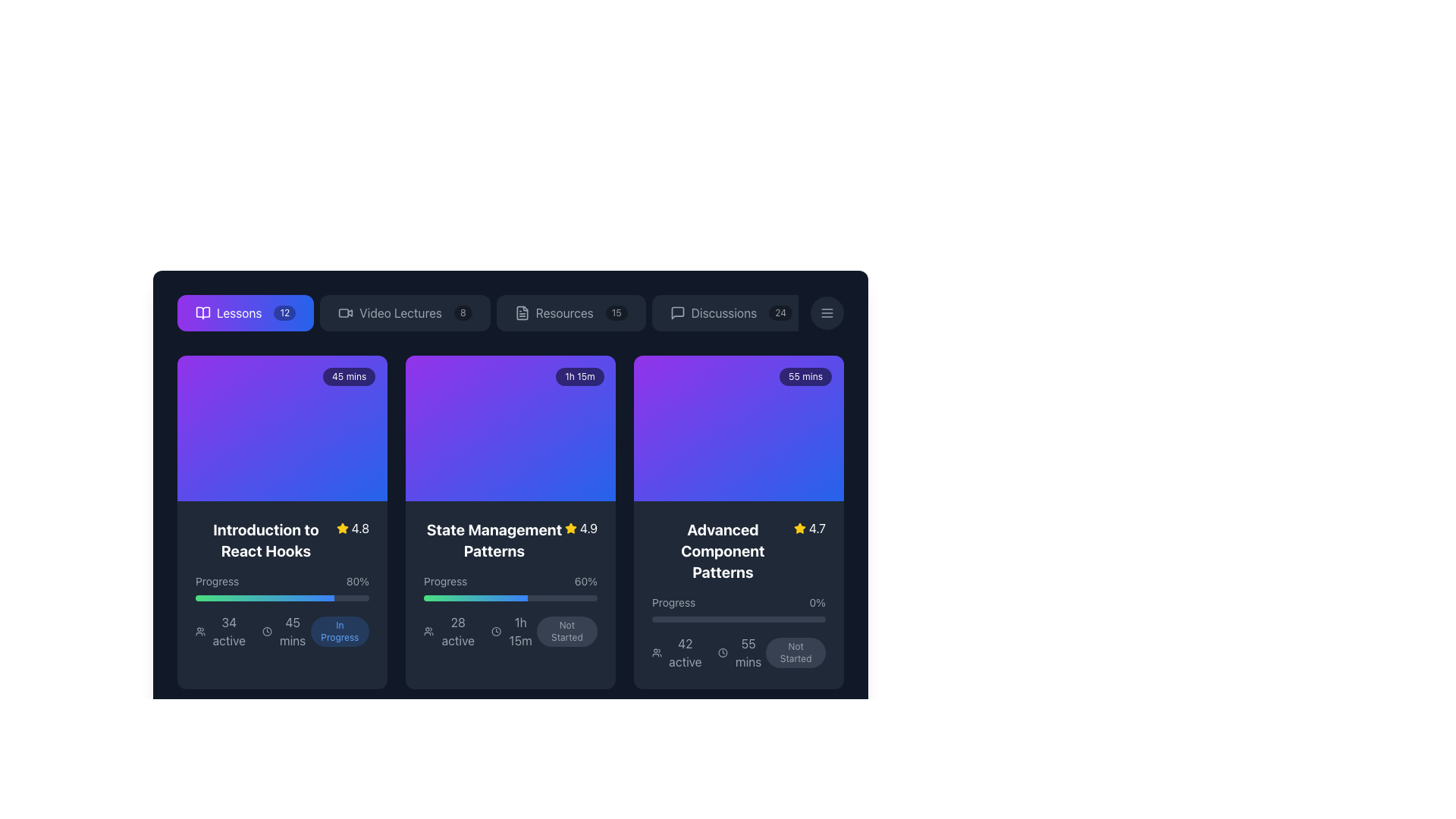 Image resolution: width=1456 pixels, height=819 pixels. Describe the element at coordinates (780, 312) in the screenshot. I see `the badge indicating the count of discussion items, which is located at the far right of the 'Discussions' button next to the text label 'Discussions'` at that location.